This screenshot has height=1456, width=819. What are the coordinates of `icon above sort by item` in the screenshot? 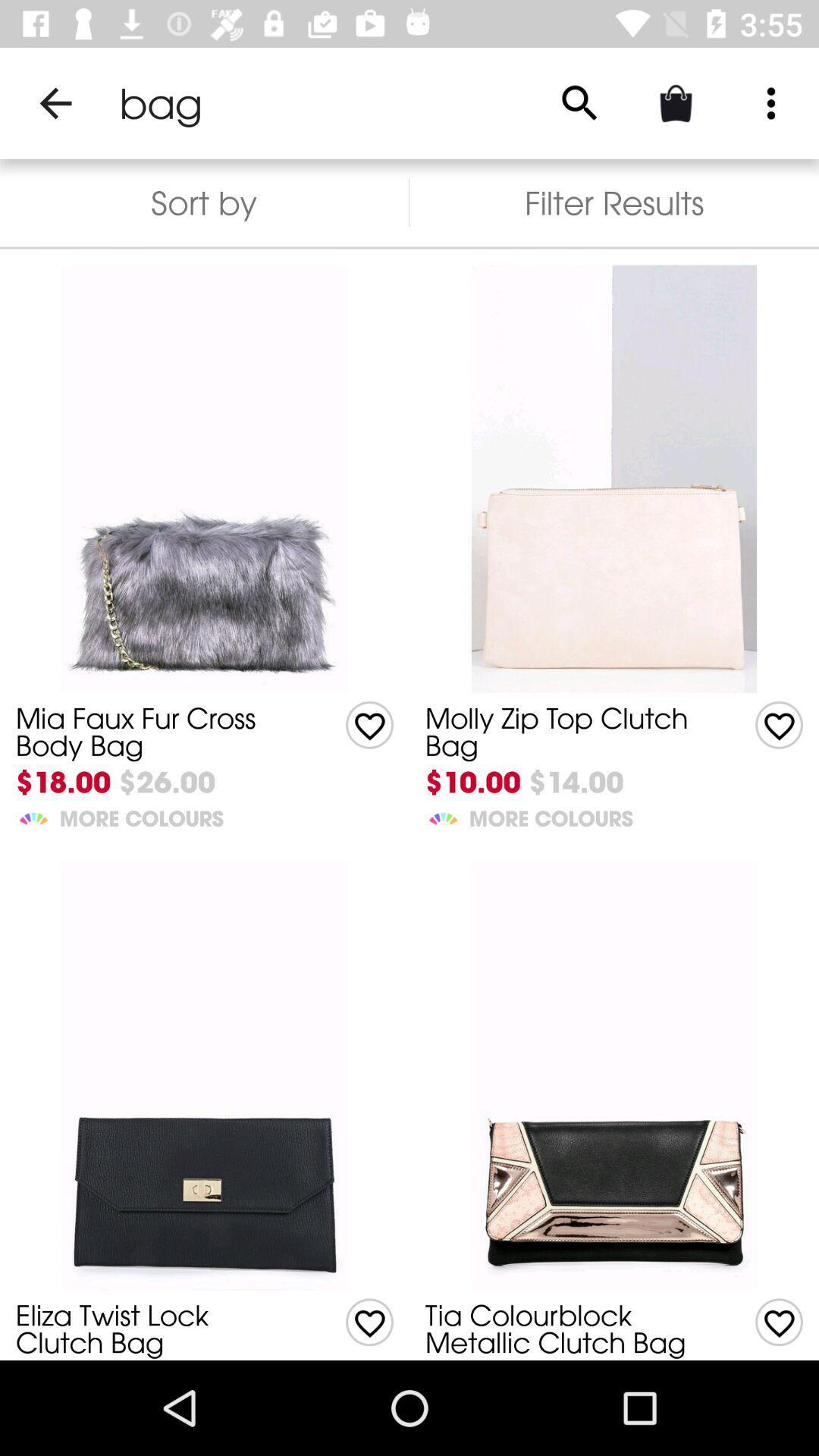 It's located at (55, 102).